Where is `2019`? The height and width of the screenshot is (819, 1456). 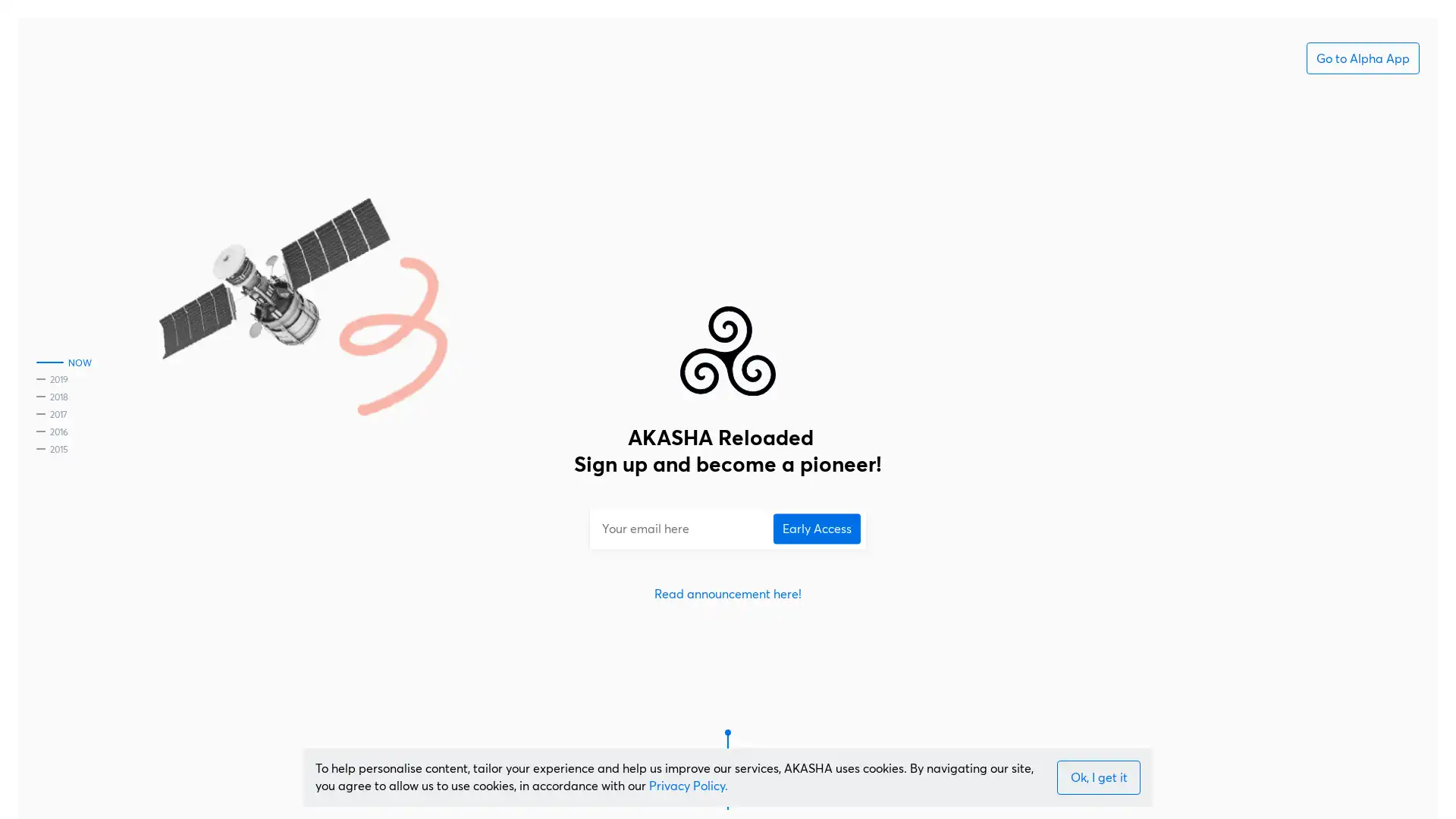
2019 is located at coordinates (52, 380).